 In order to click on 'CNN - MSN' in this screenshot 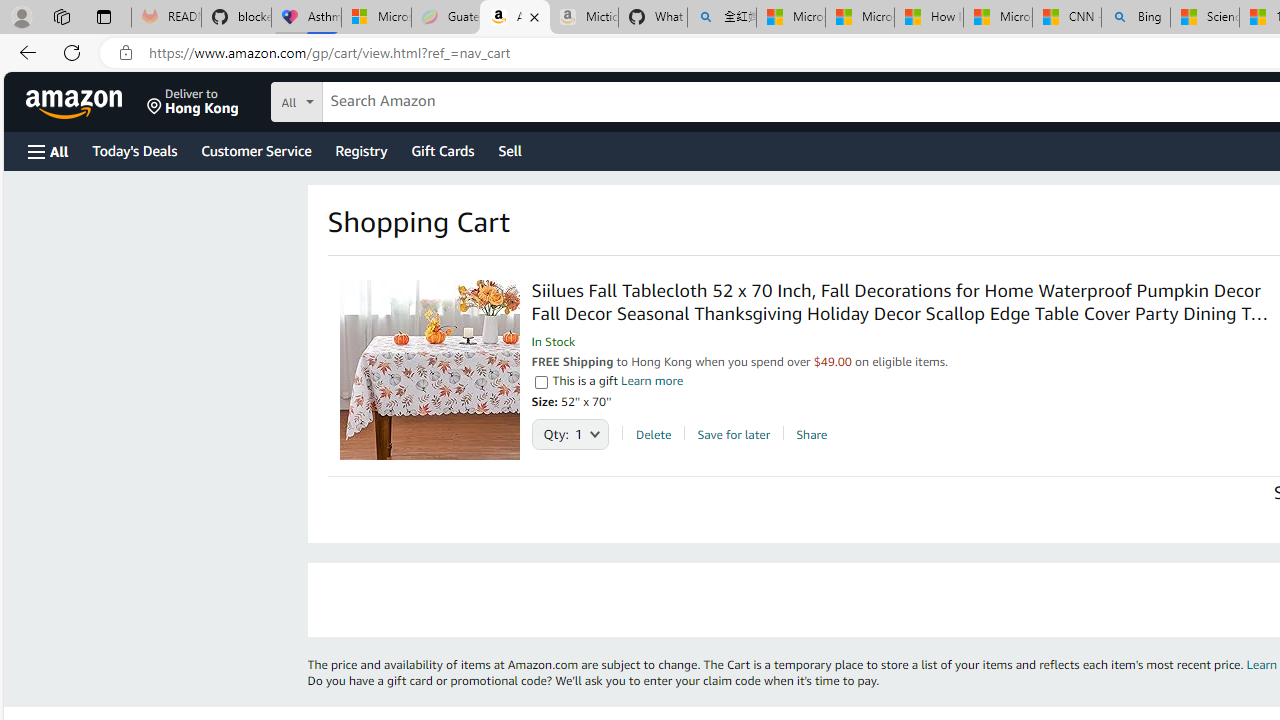, I will do `click(1065, 17)`.